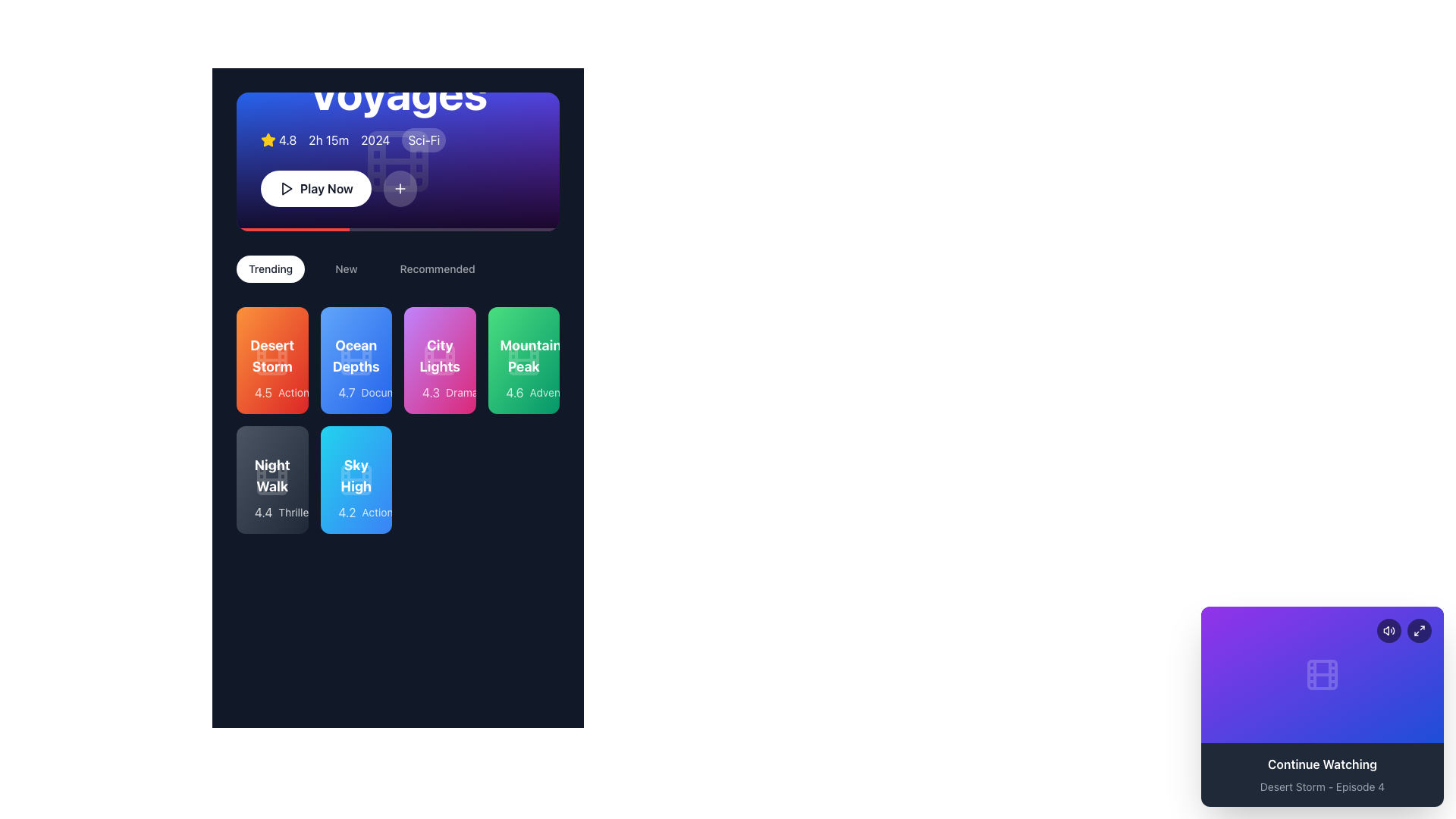  What do you see at coordinates (263, 512) in the screenshot?
I see `the static text label displaying the numerical value '4.4' located below the card titled 'Night Walk' in the bottom-left of the second row of items under 'Trending'` at bounding box center [263, 512].